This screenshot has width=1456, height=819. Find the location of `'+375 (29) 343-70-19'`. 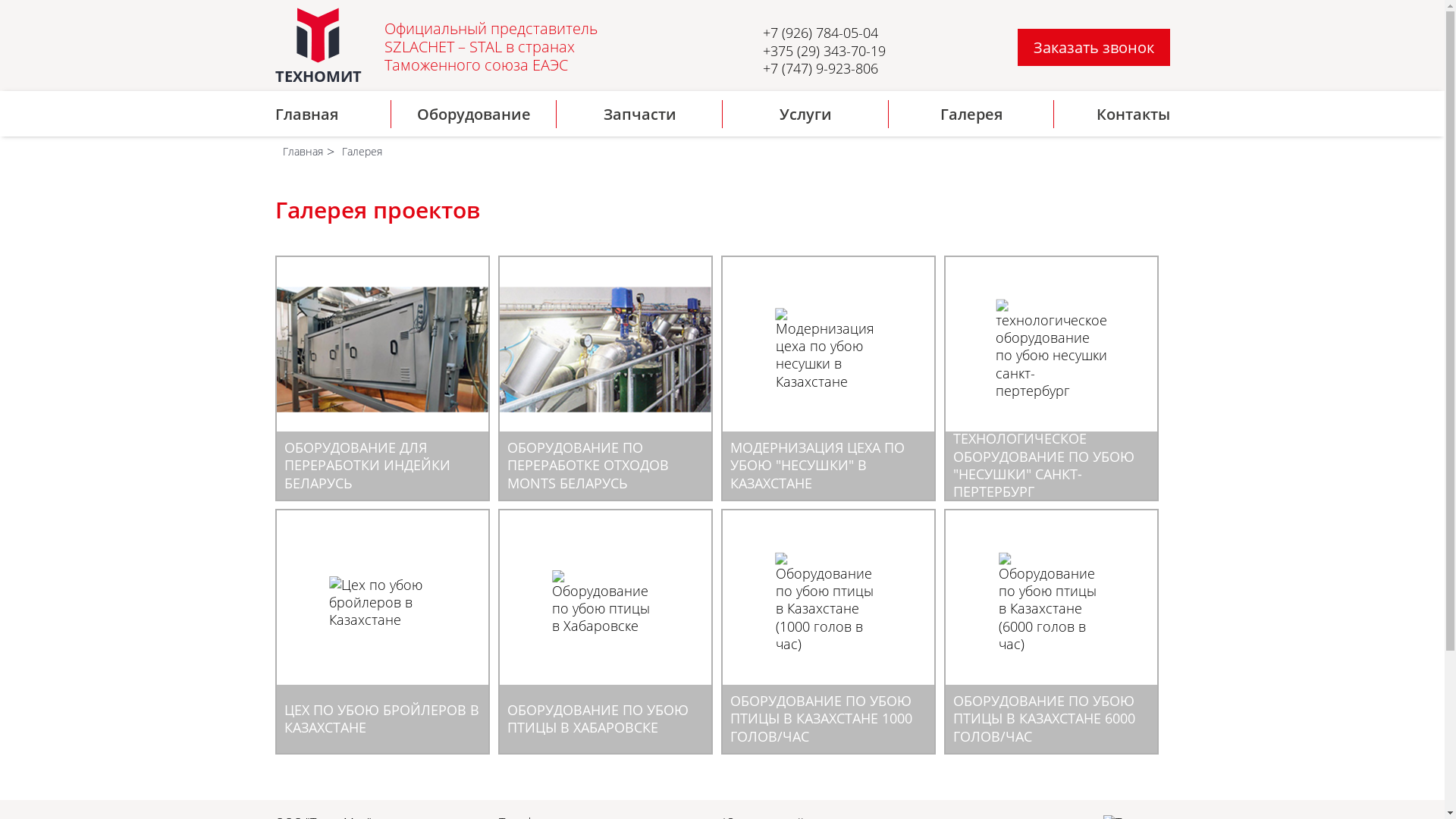

'+375 (29) 343-70-19' is located at coordinates (763, 49).